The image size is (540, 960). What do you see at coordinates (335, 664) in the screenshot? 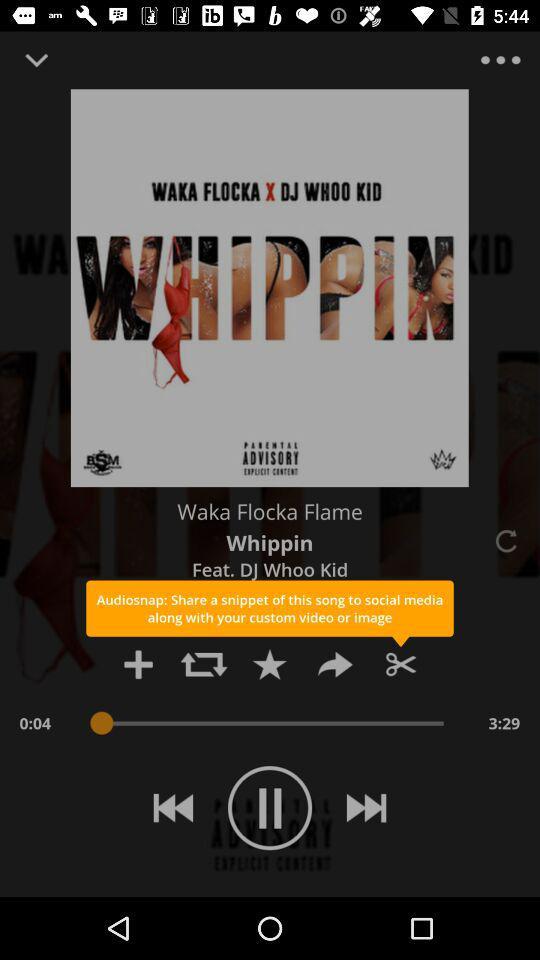
I see `the share icon` at bounding box center [335, 664].